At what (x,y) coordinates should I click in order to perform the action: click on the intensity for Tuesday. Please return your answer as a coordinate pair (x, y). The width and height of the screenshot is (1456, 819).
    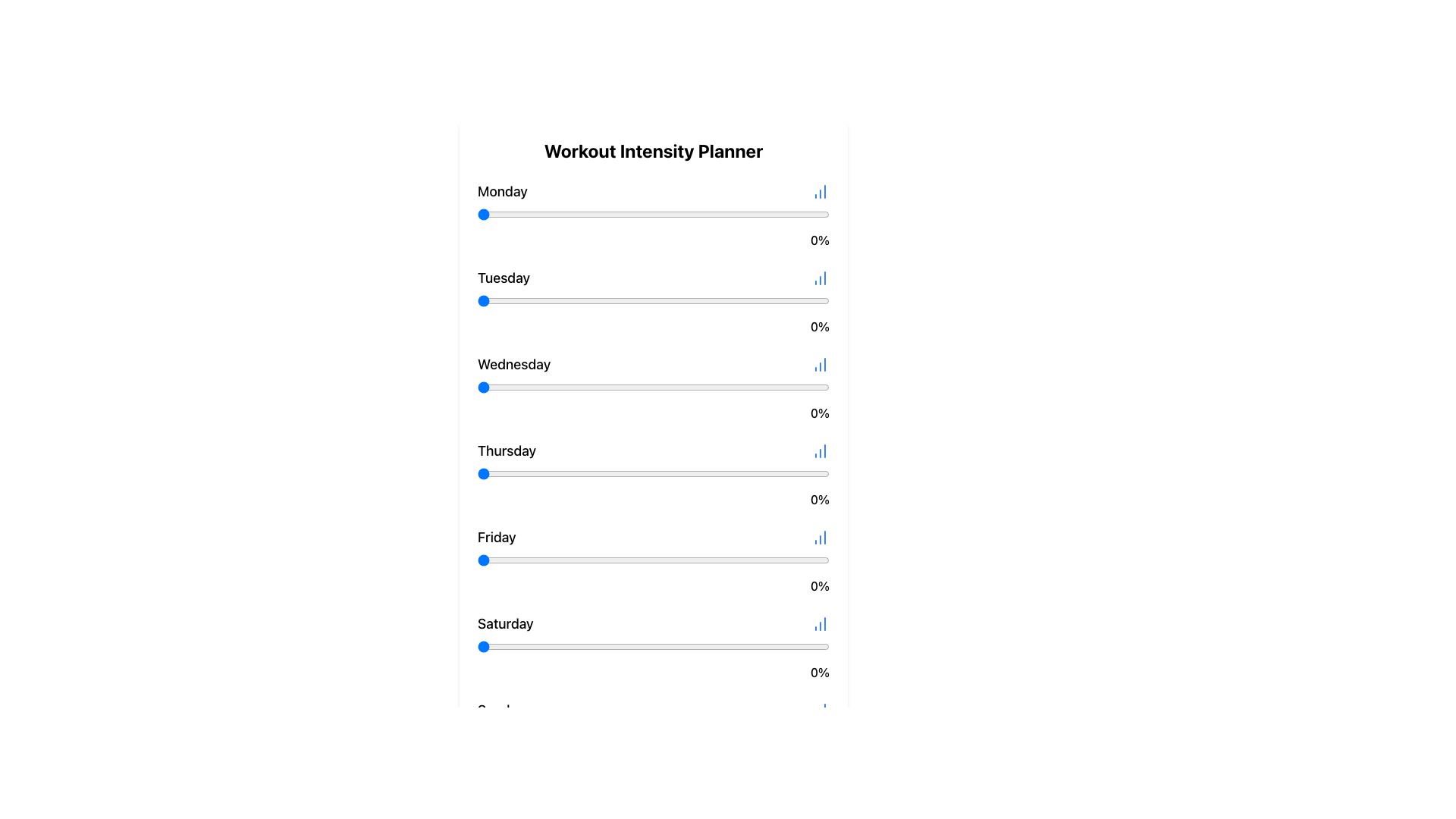
    Looking at the image, I should click on (667, 301).